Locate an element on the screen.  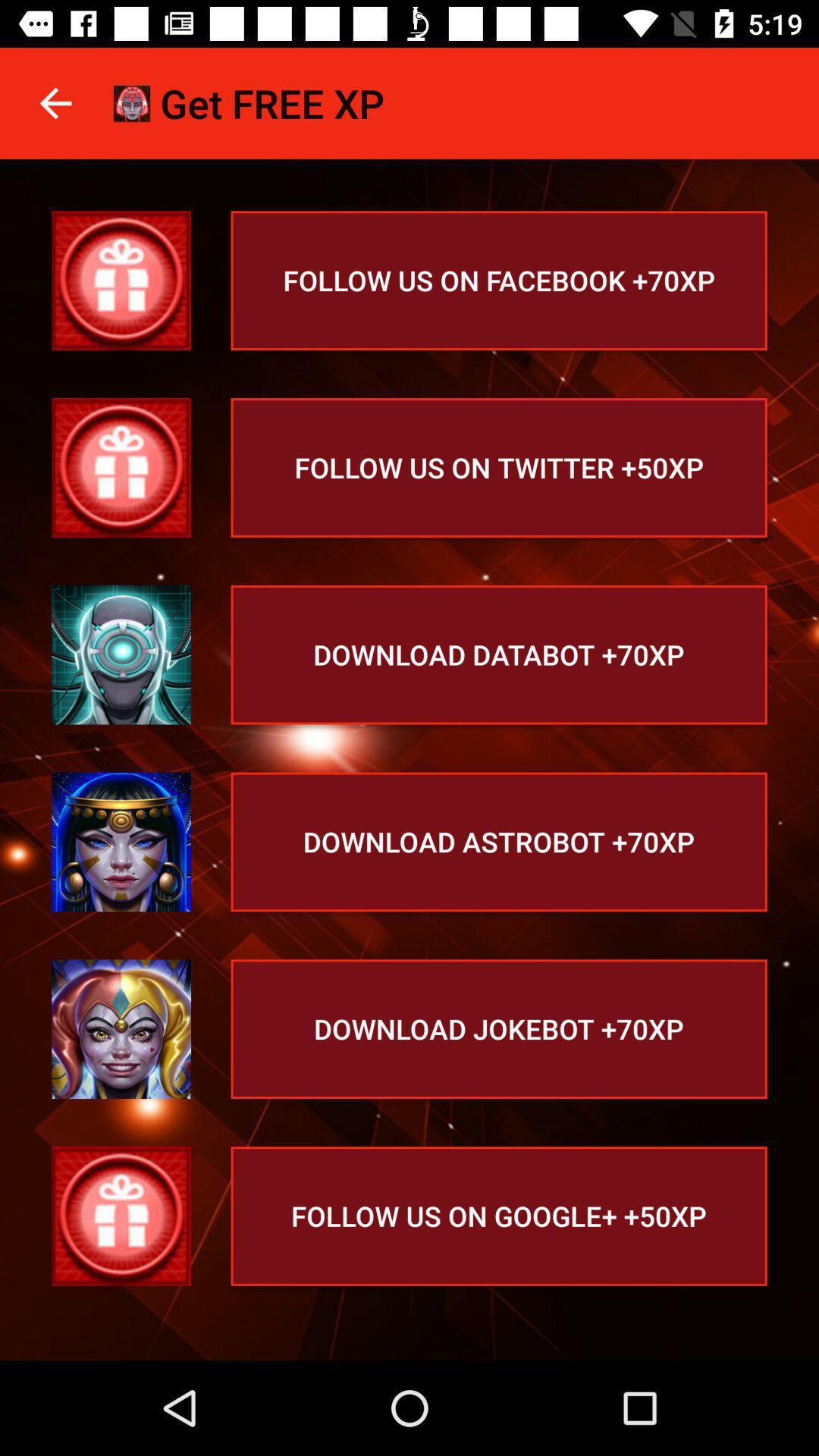
follow on google is located at coordinates (121, 1216).